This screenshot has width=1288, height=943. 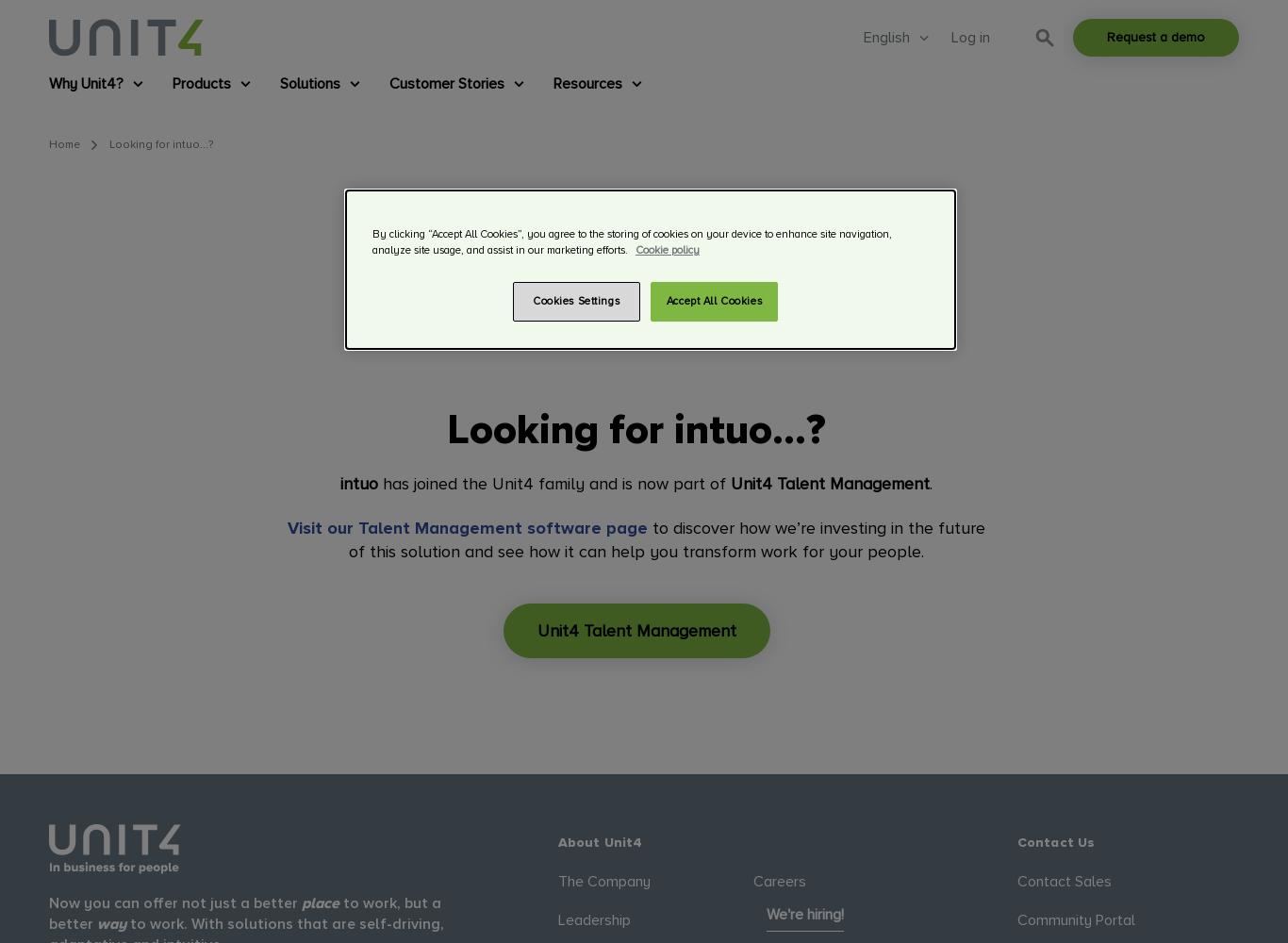 I want to click on 'Careers', so click(x=751, y=881).